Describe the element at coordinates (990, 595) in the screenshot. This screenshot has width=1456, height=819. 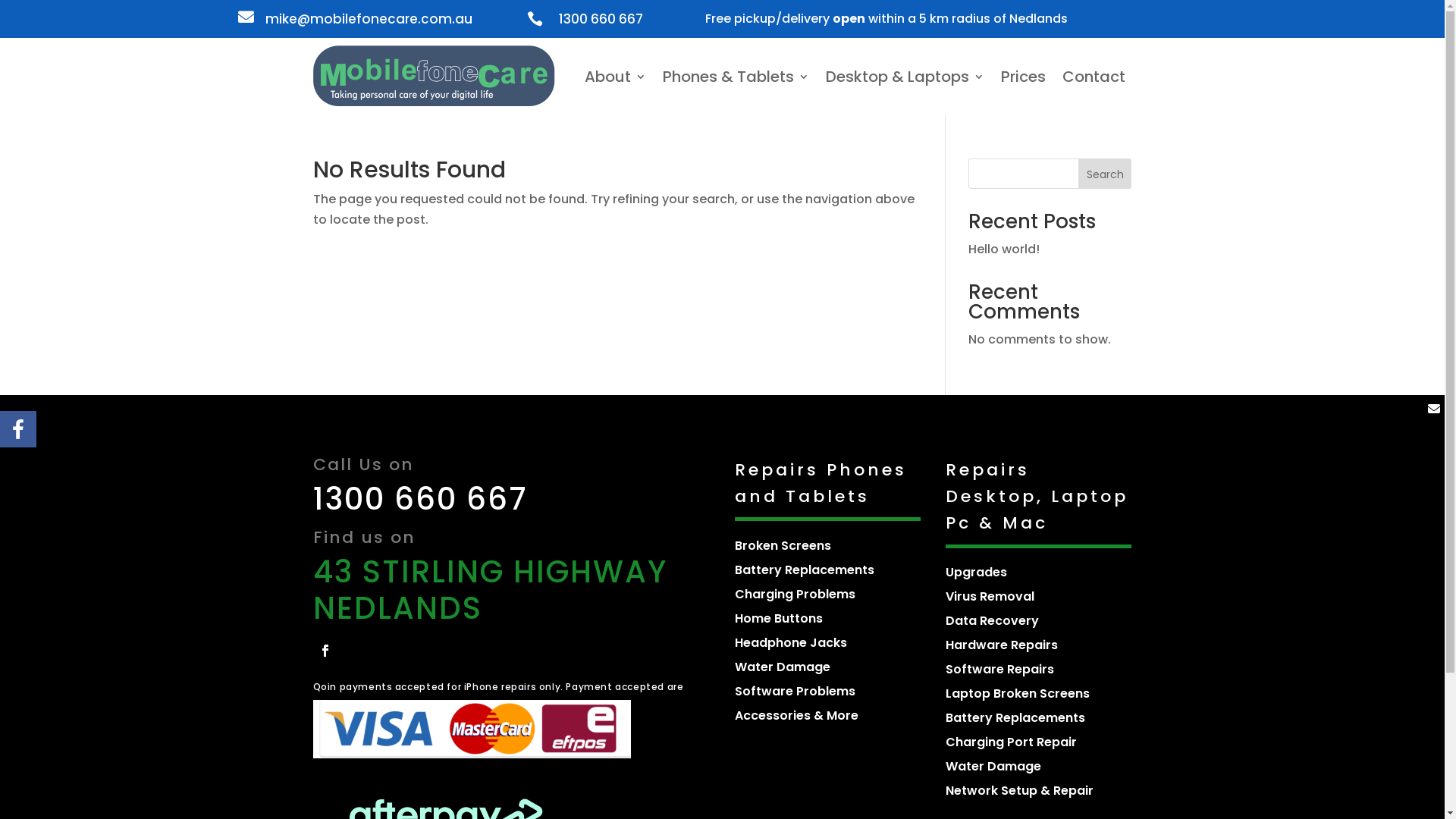
I see `'Virus Removal'` at that location.